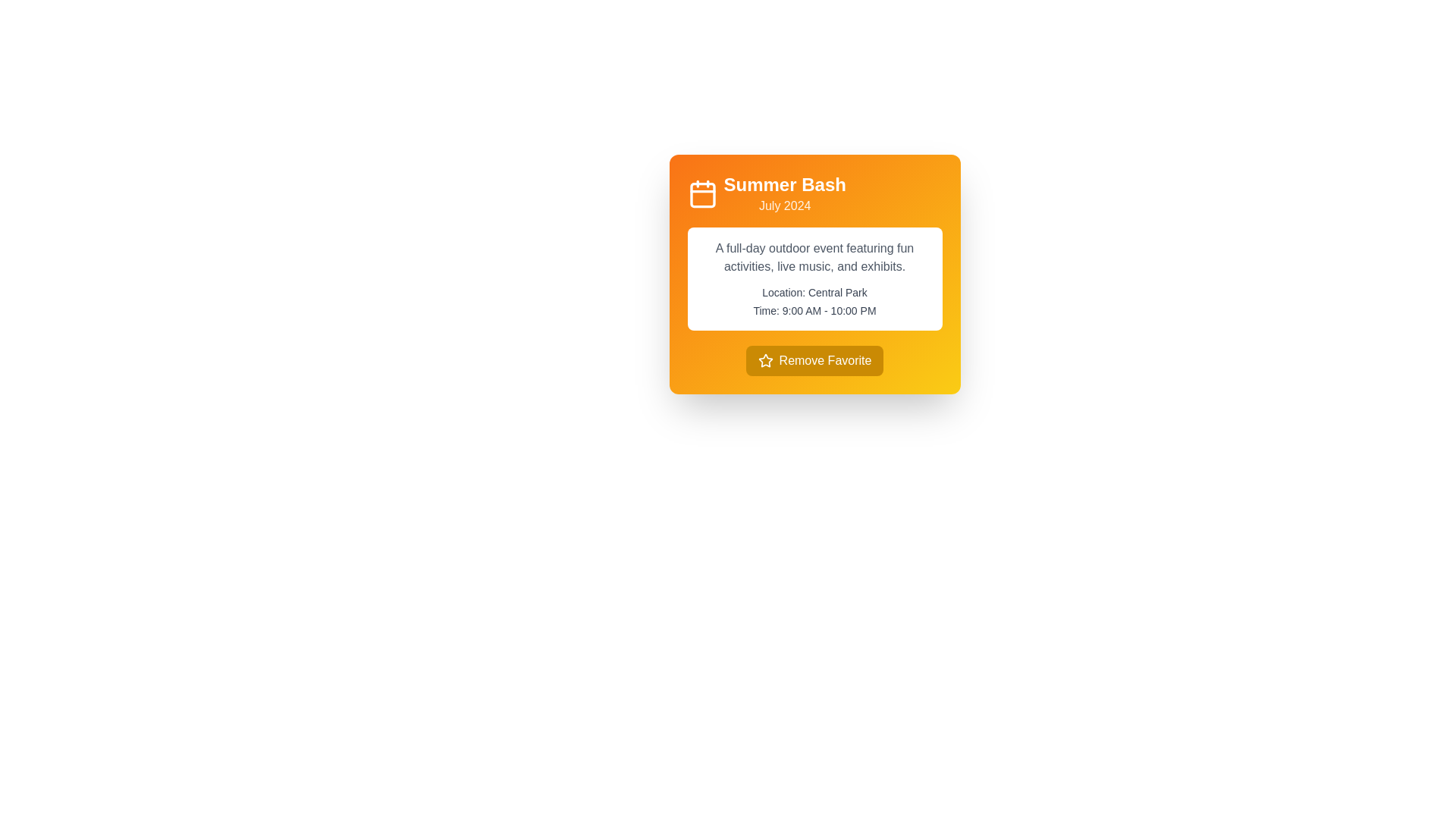  I want to click on the Text label displaying 'Time: 9:00 AM - 10:00 PM', which is located directly underneath the 'Location: Central Park' text, within an orange and white card layout, so click(814, 309).